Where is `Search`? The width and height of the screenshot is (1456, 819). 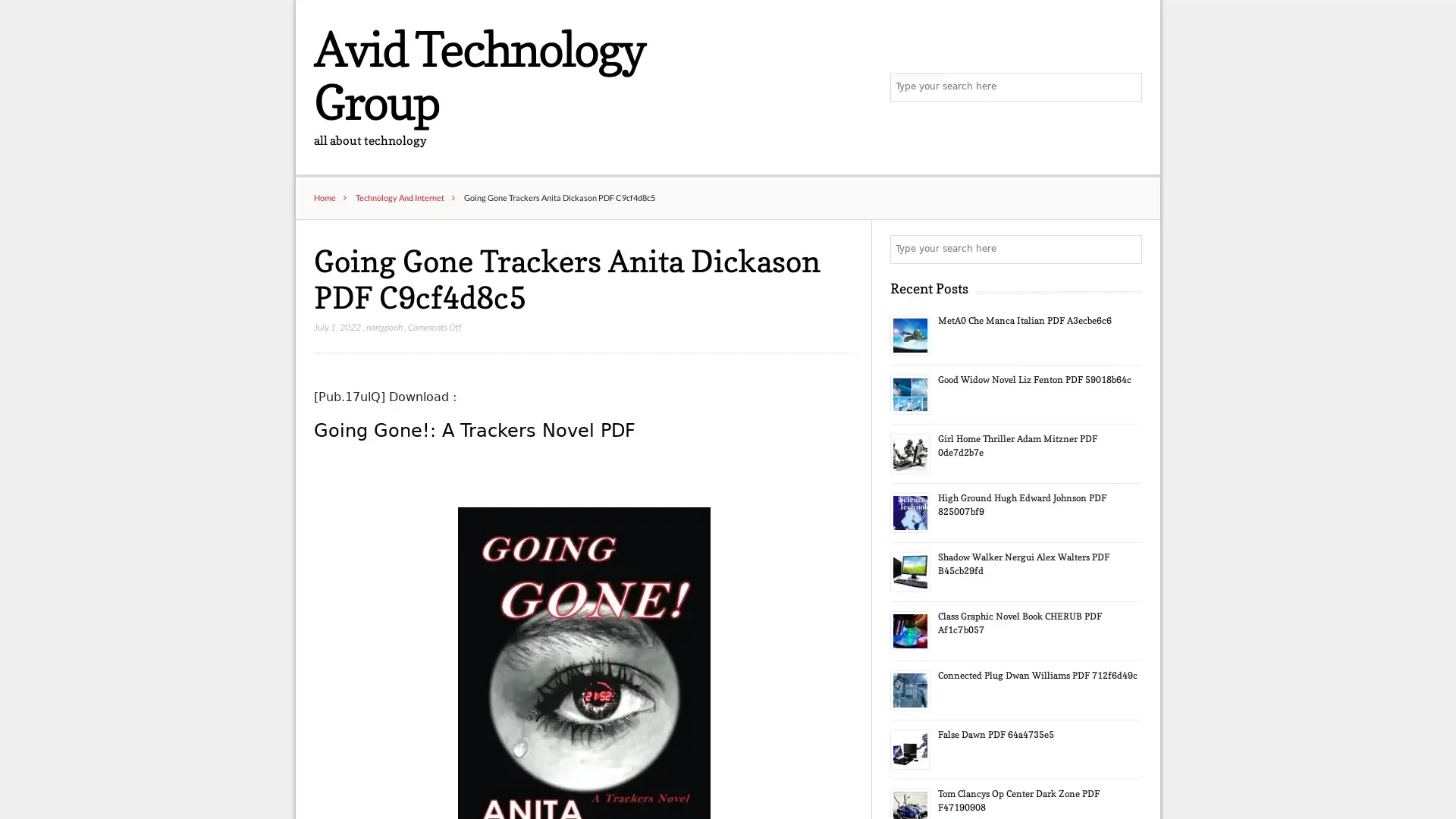
Search is located at coordinates (1126, 87).